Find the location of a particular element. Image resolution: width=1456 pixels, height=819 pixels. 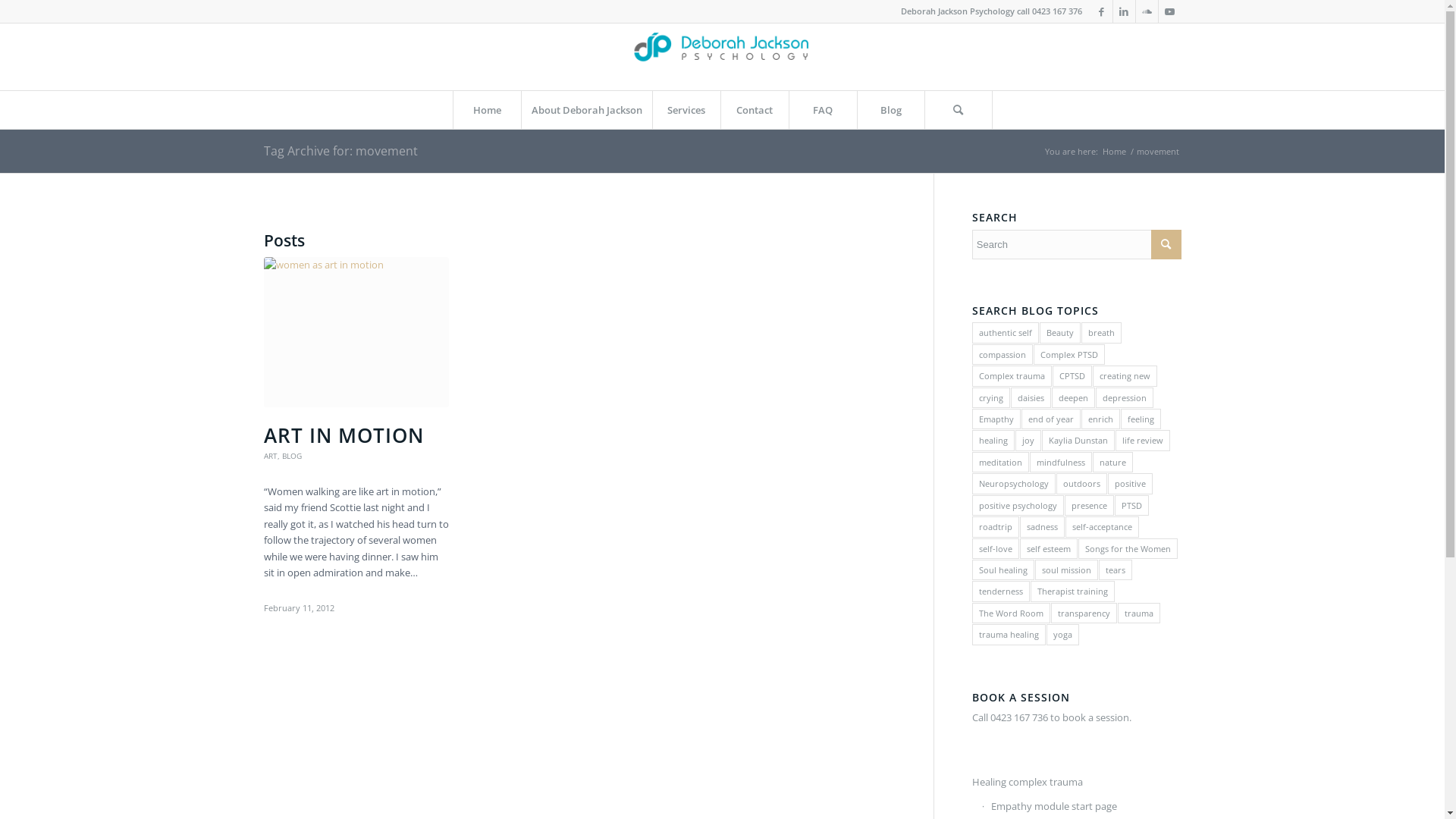

'Complex trauma' is located at coordinates (1012, 375).